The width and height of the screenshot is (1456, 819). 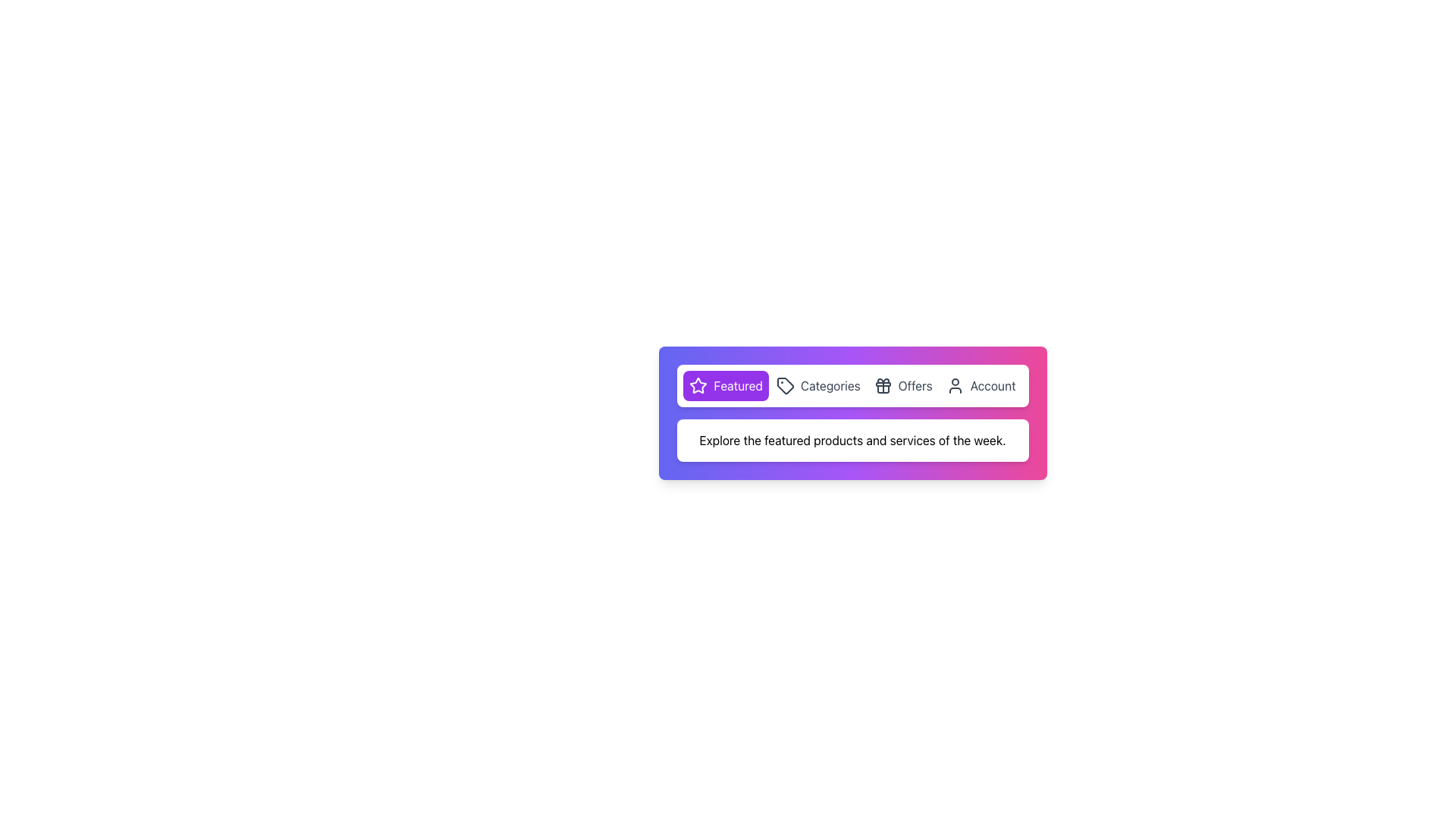 I want to click on the 'Offers' button with a gift box icon located in the horizontal navigation bar, so click(x=903, y=385).